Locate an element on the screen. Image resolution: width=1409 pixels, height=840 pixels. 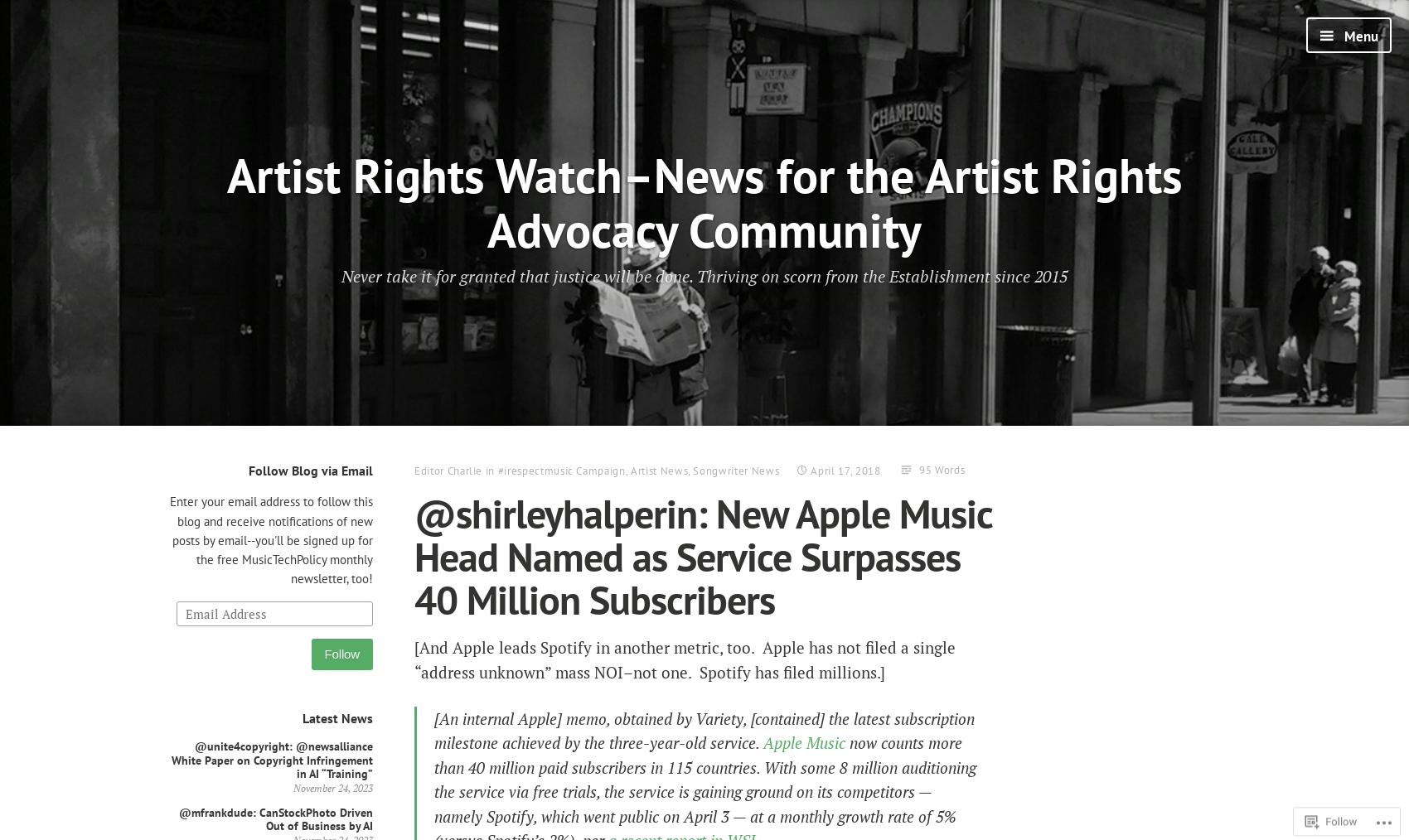
'Artist Rights Watch–News for the Artist Rights Advocacy Community' is located at coordinates (227, 200).